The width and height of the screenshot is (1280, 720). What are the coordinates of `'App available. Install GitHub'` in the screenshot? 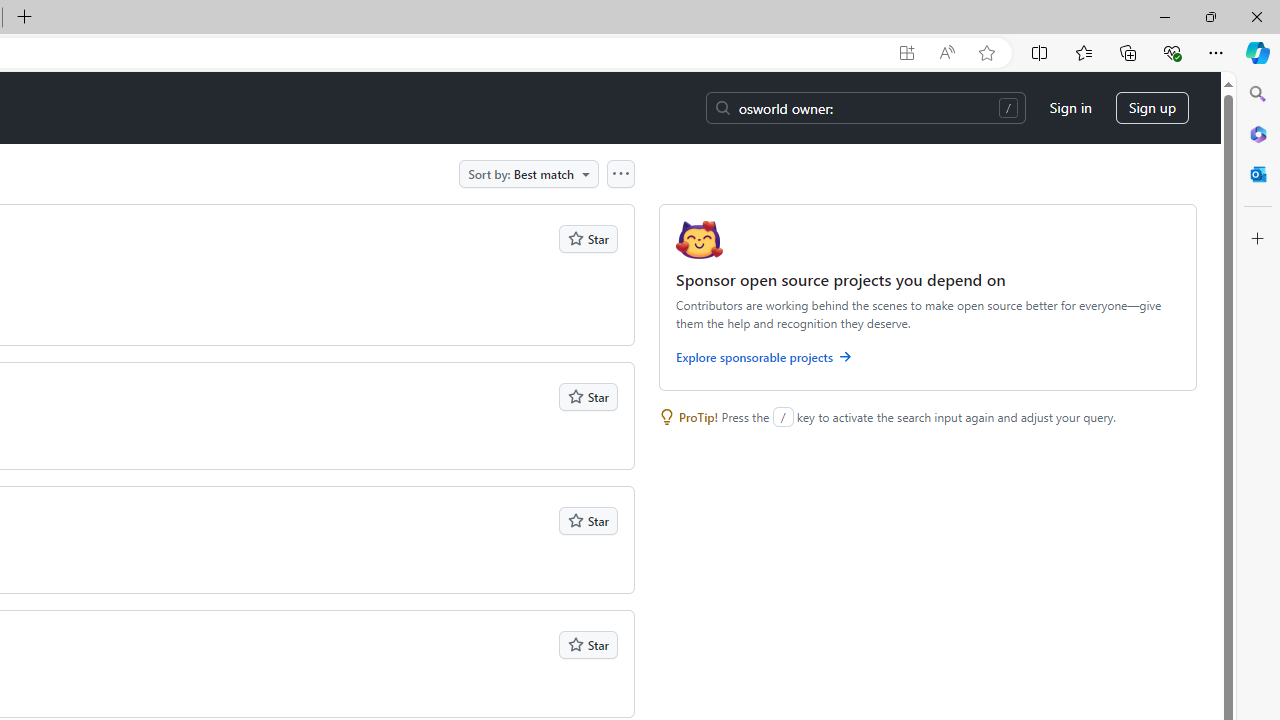 It's located at (905, 52).